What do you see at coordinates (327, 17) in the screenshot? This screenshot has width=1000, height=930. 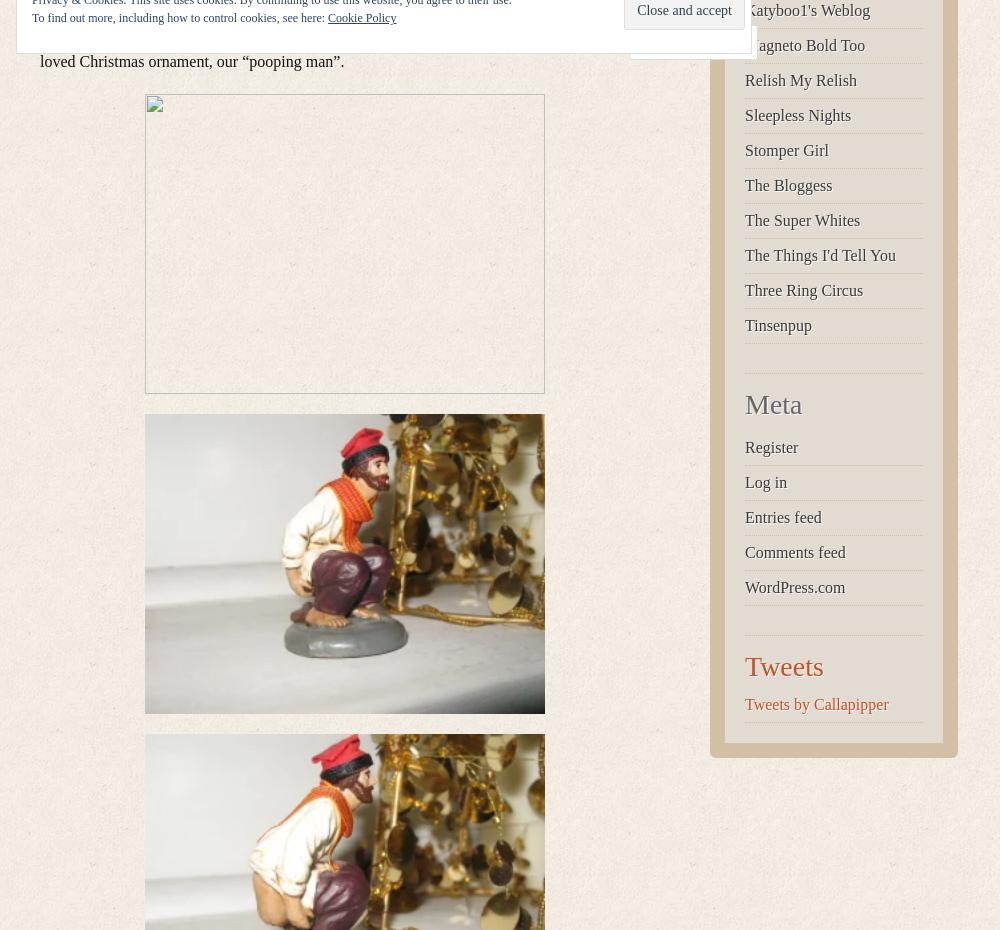 I see `'Cookie Policy'` at bounding box center [327, 17].